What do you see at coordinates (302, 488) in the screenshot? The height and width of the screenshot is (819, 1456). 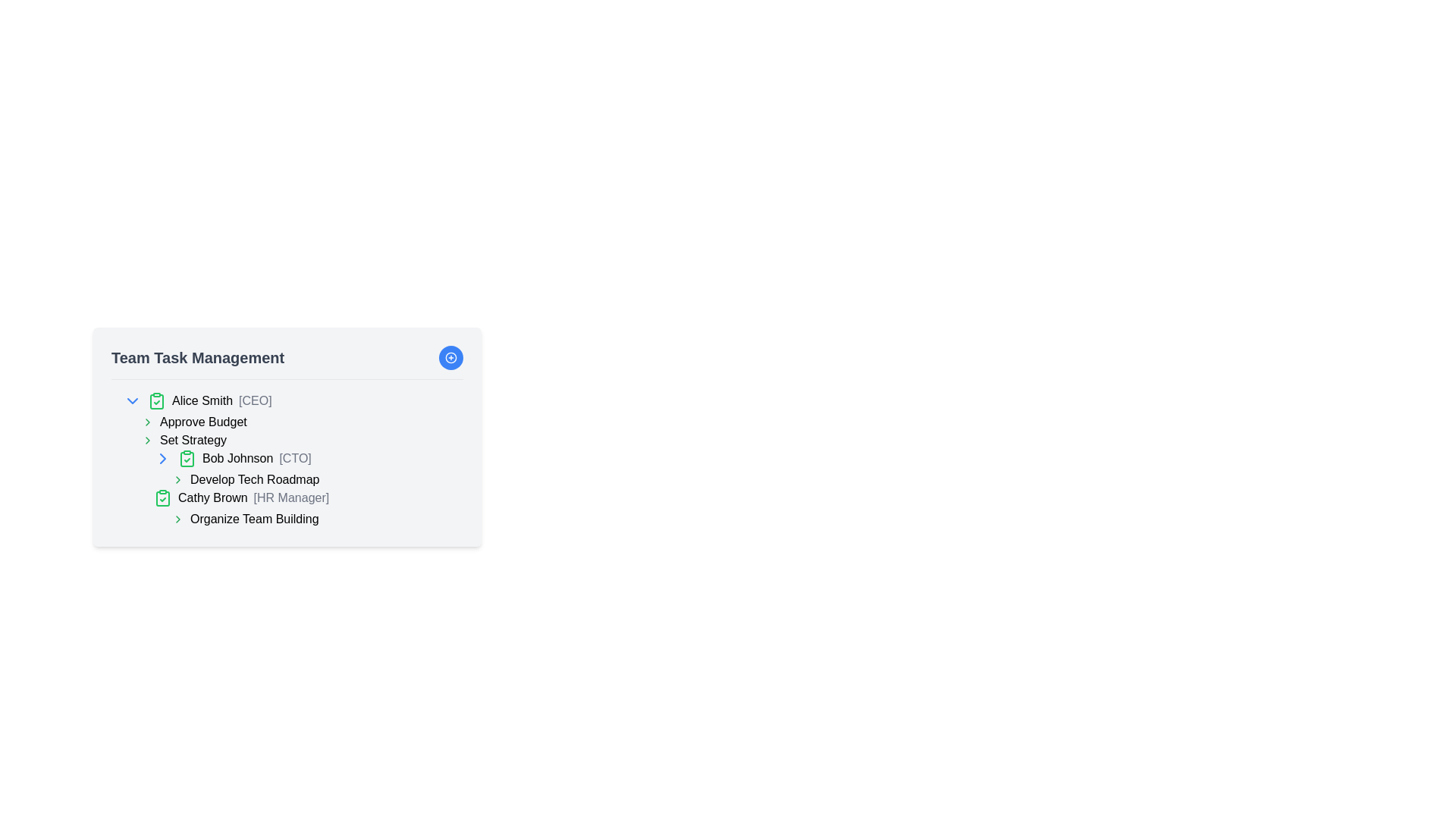 I see `the task text labeled 'Develop Tech Roadmap' under the 'Set Strategy' section` at bounding box center [302, 488].